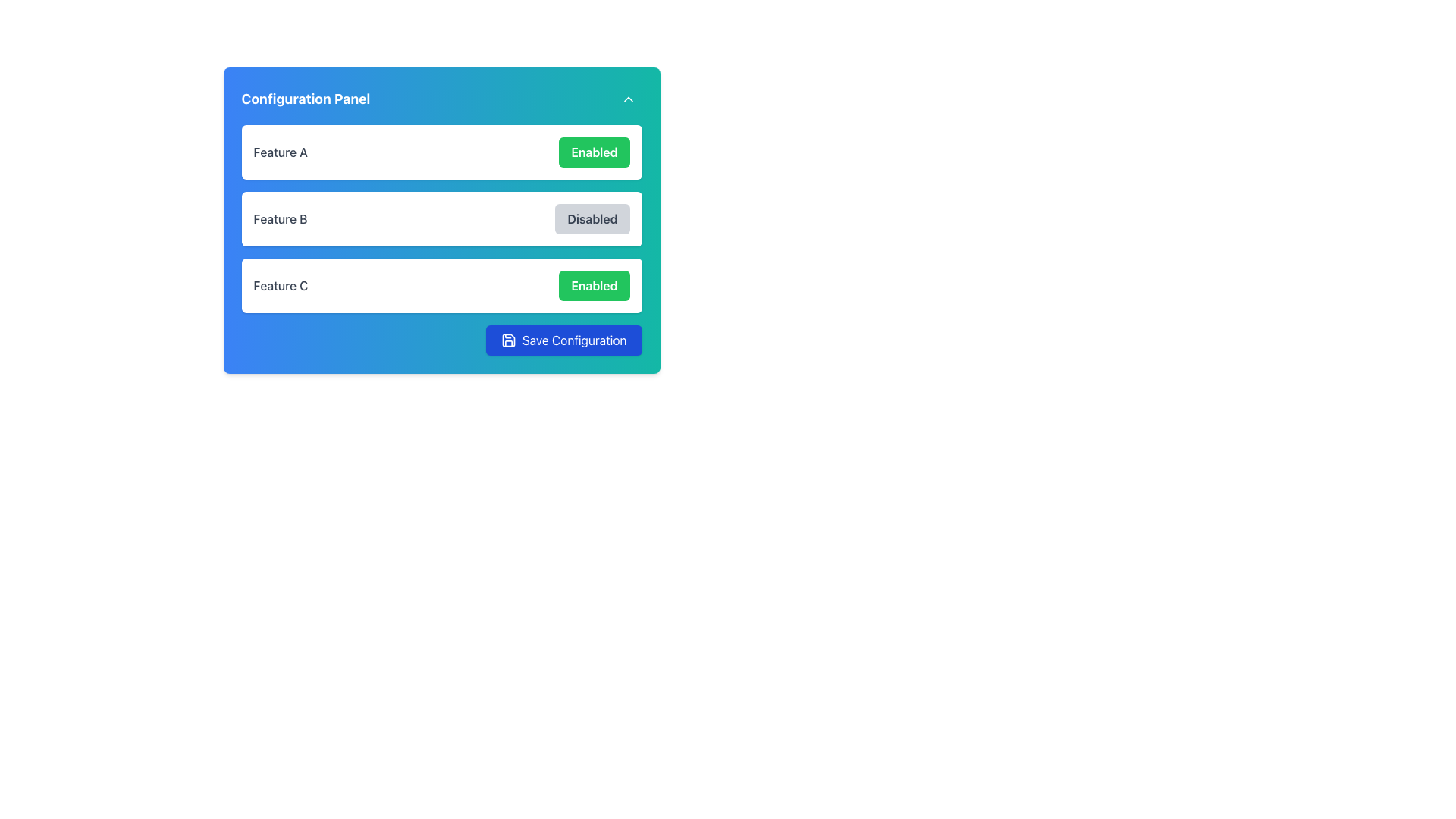 The image size is (1456, 819). I want to click on the toggle button for 'Feature A', so click(593, 152).